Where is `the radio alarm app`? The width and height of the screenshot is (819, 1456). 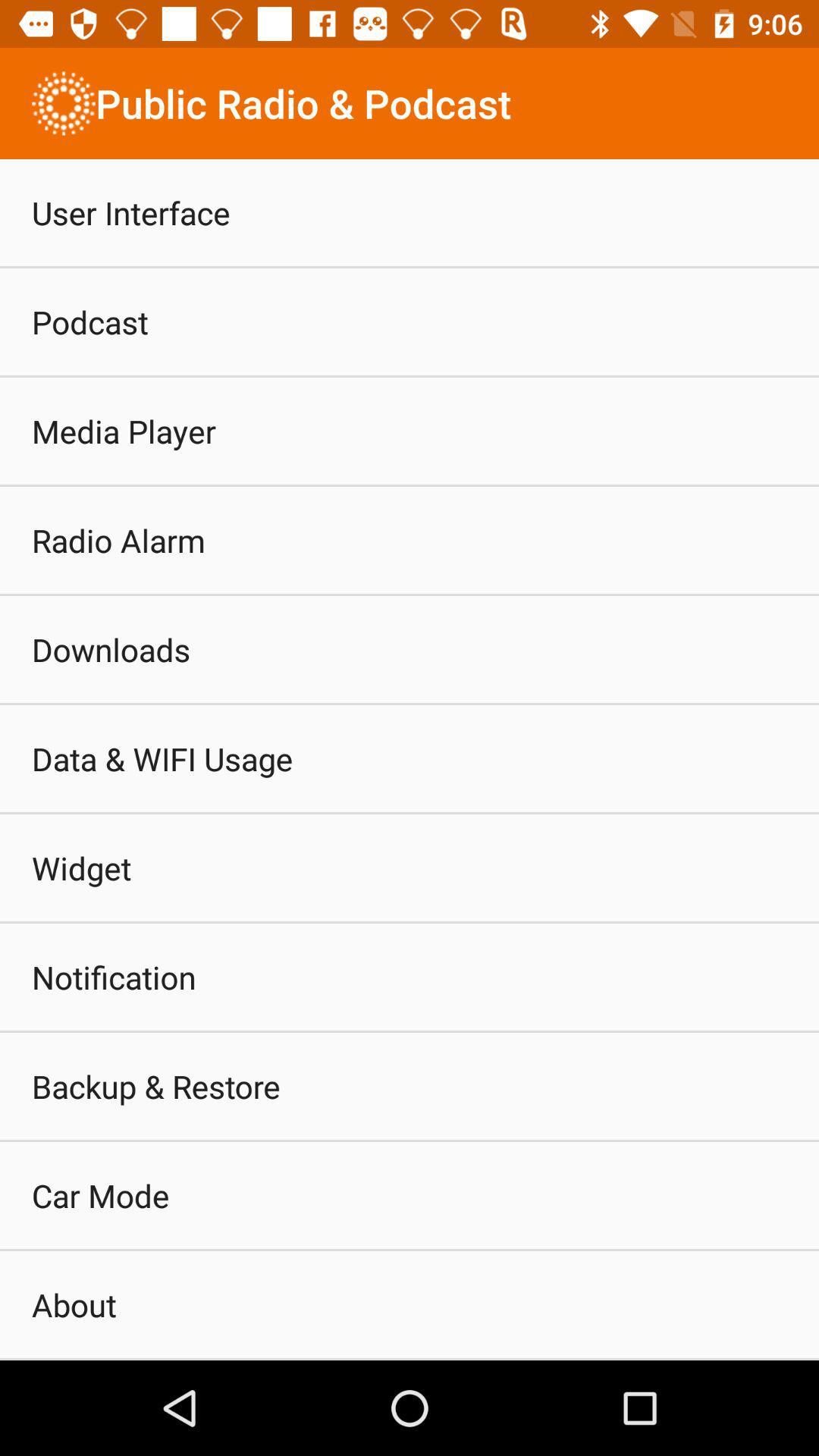
the radio alarm app is located at coordinates (118, 540).